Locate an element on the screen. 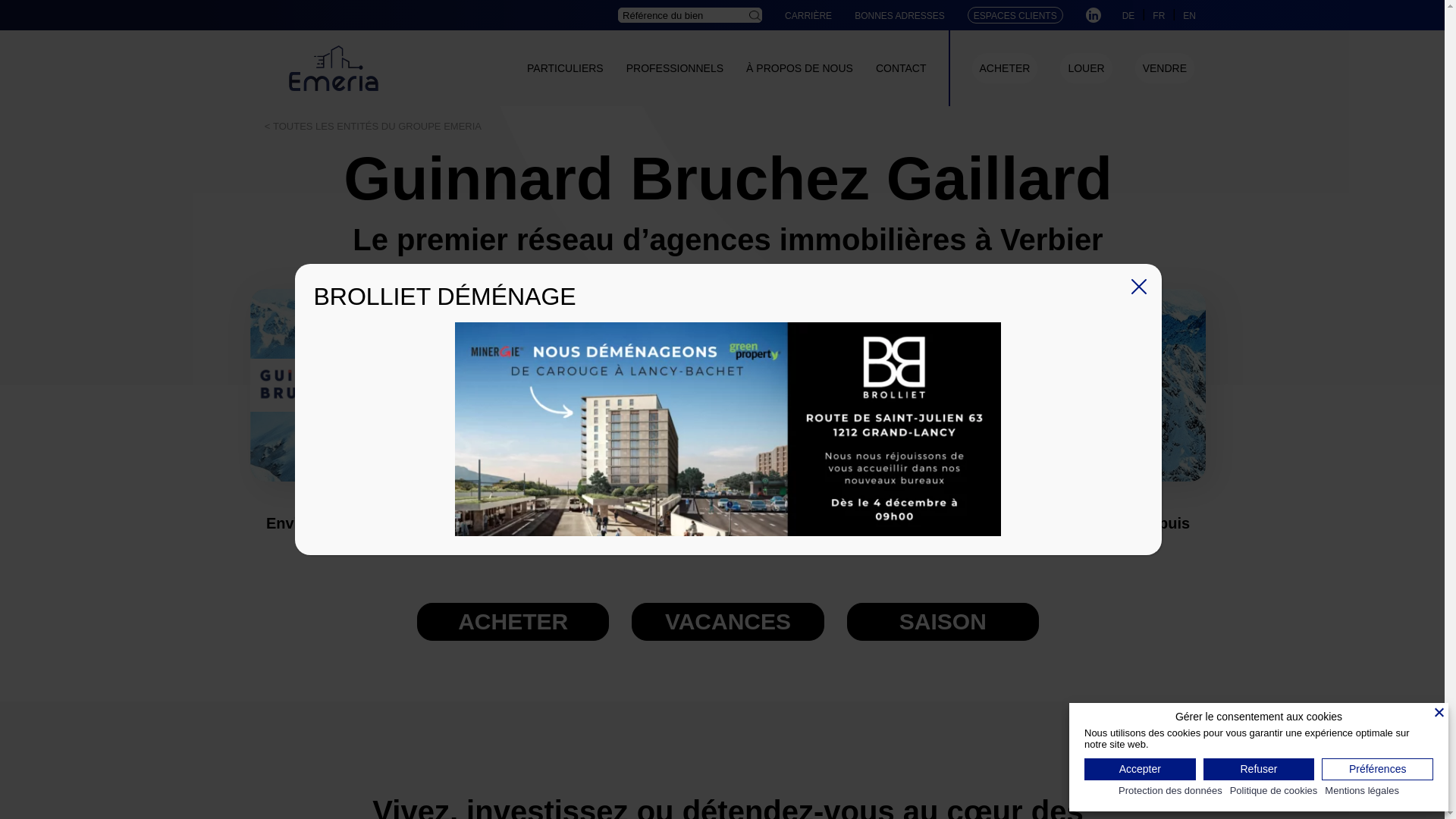 The height and width of the screenshot is (819, 1456). 'FR' is located at coordinates (1157, 15).